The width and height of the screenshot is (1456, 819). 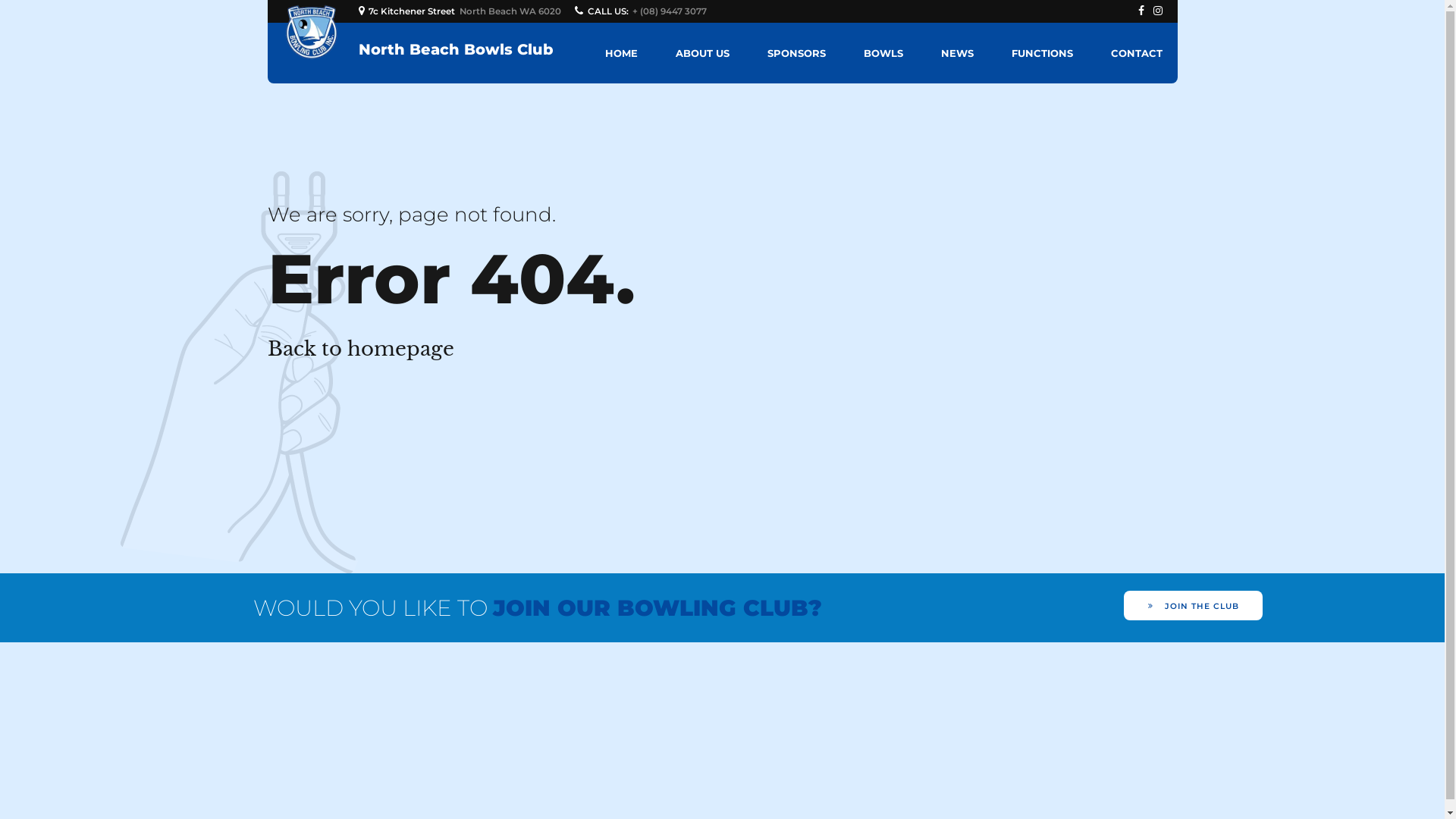 I want to click on 'BOWLS', so click(x=862, y=52).